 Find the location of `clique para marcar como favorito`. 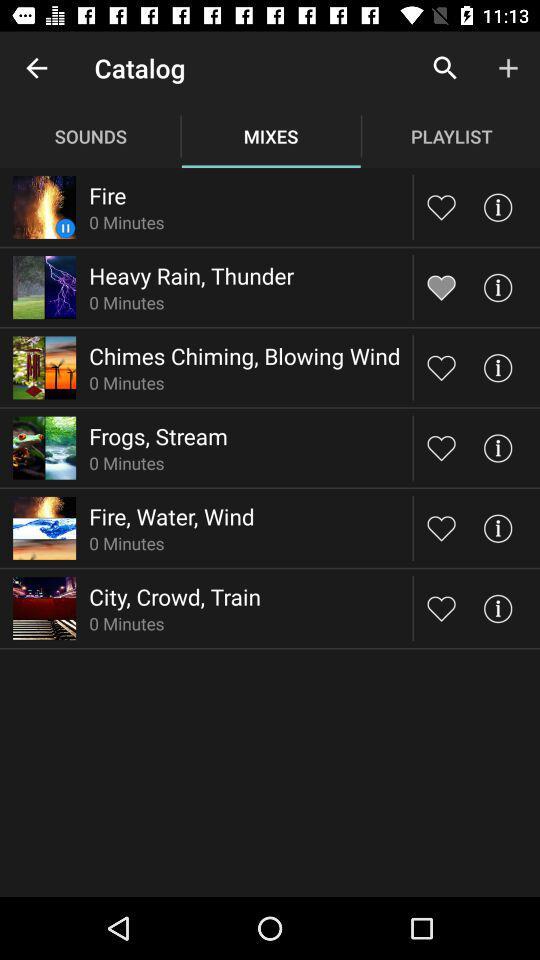

clique para marcar como favorito is located at coordinates (441, 286).